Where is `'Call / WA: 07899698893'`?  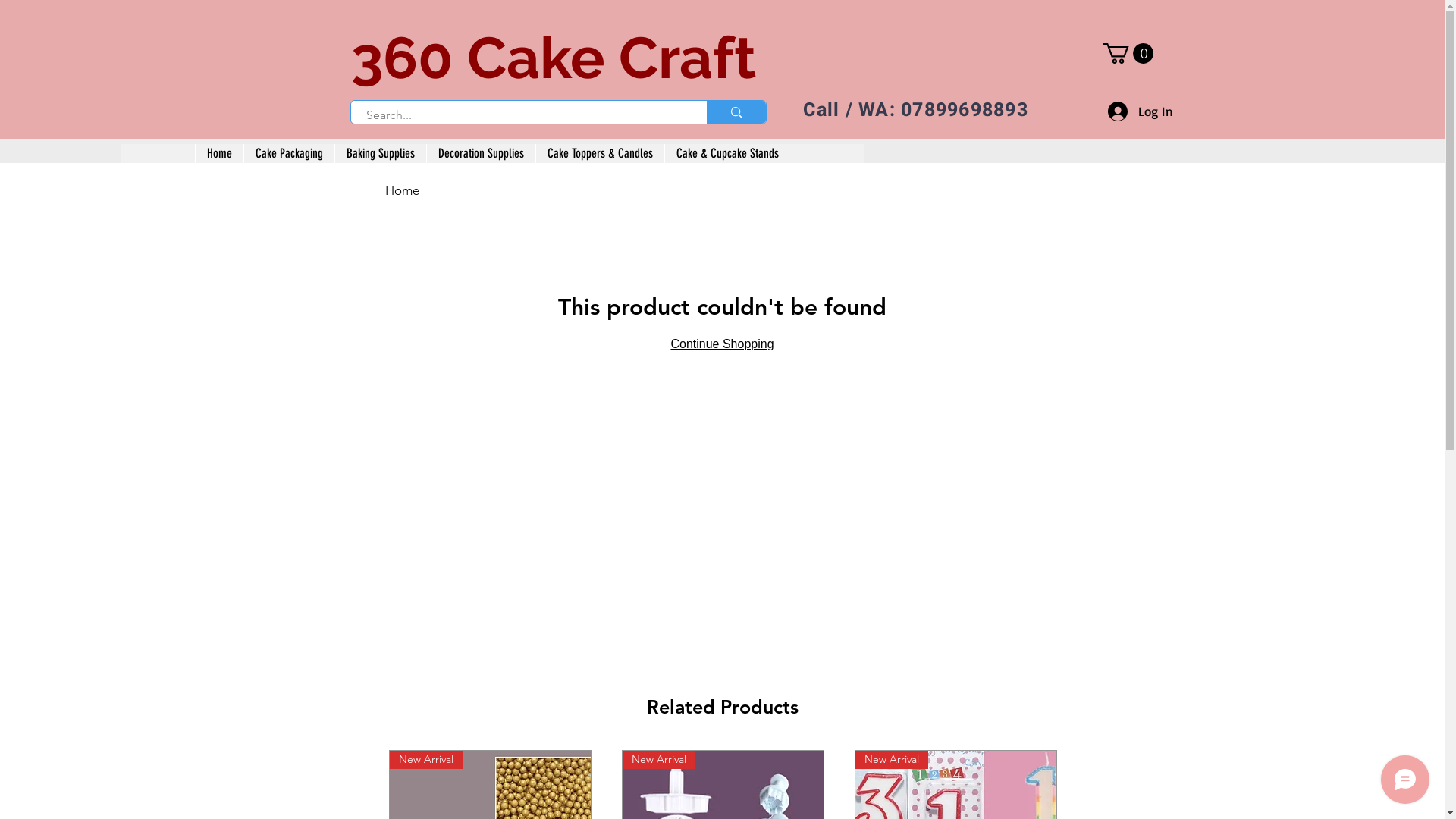
'Call / WA: 07899698893' is located at coordinates (915, 109).